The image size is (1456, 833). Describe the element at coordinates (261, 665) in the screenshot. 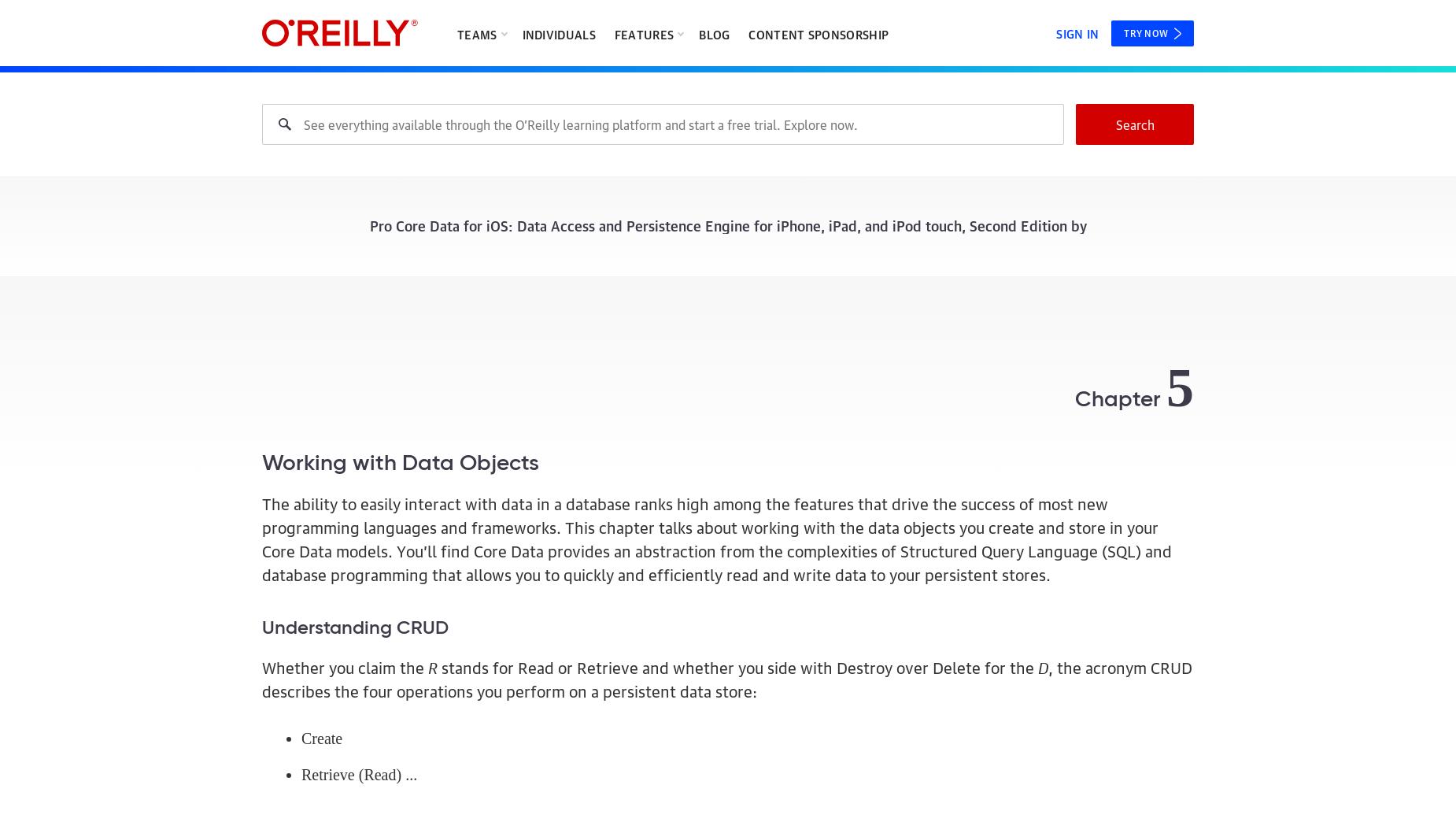

I see `'Whether you claim the'` at that location.